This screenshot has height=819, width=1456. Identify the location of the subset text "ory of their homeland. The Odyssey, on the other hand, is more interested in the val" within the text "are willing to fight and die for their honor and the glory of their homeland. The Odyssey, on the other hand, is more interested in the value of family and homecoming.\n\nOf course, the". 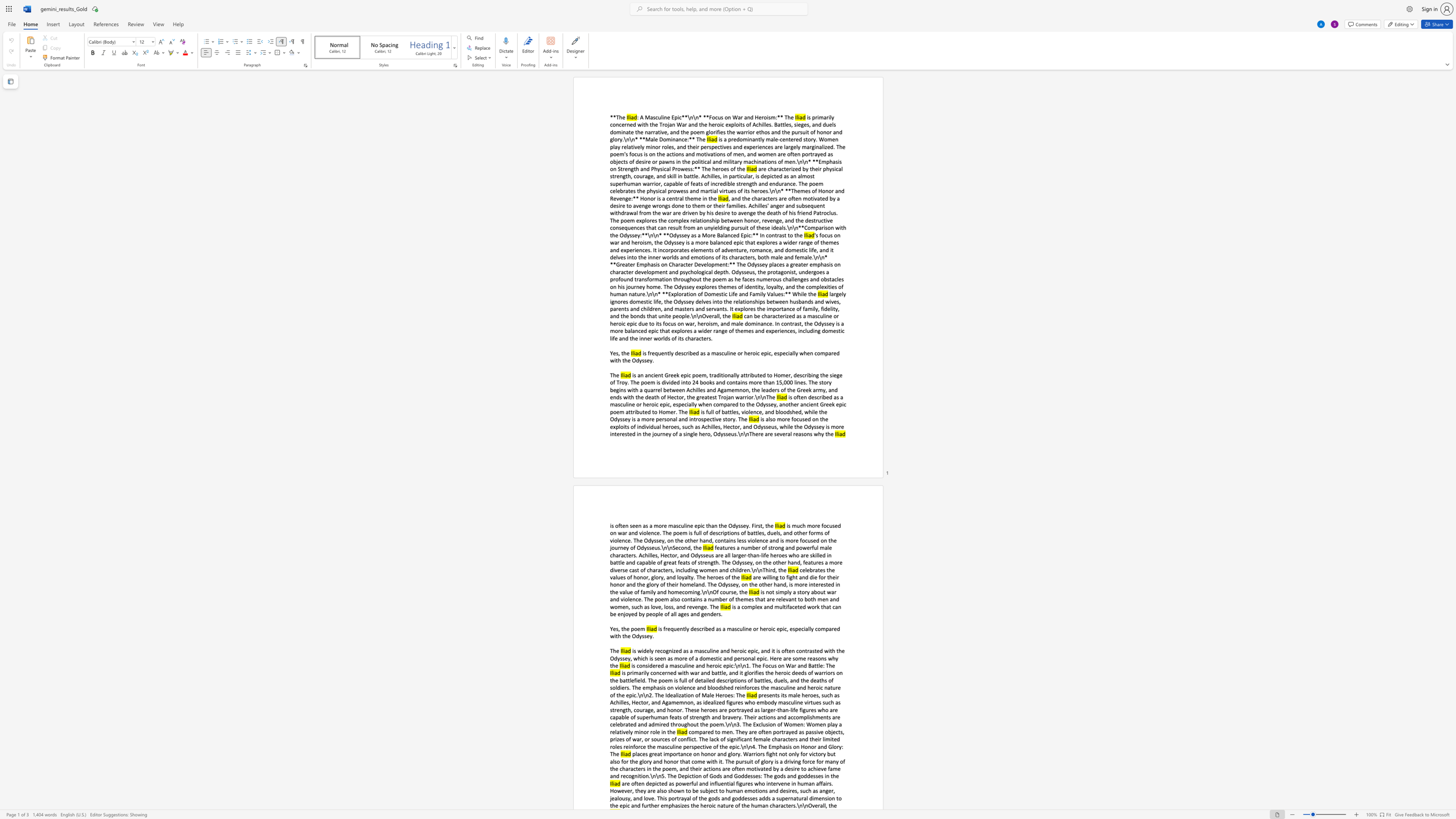
(650, 584).